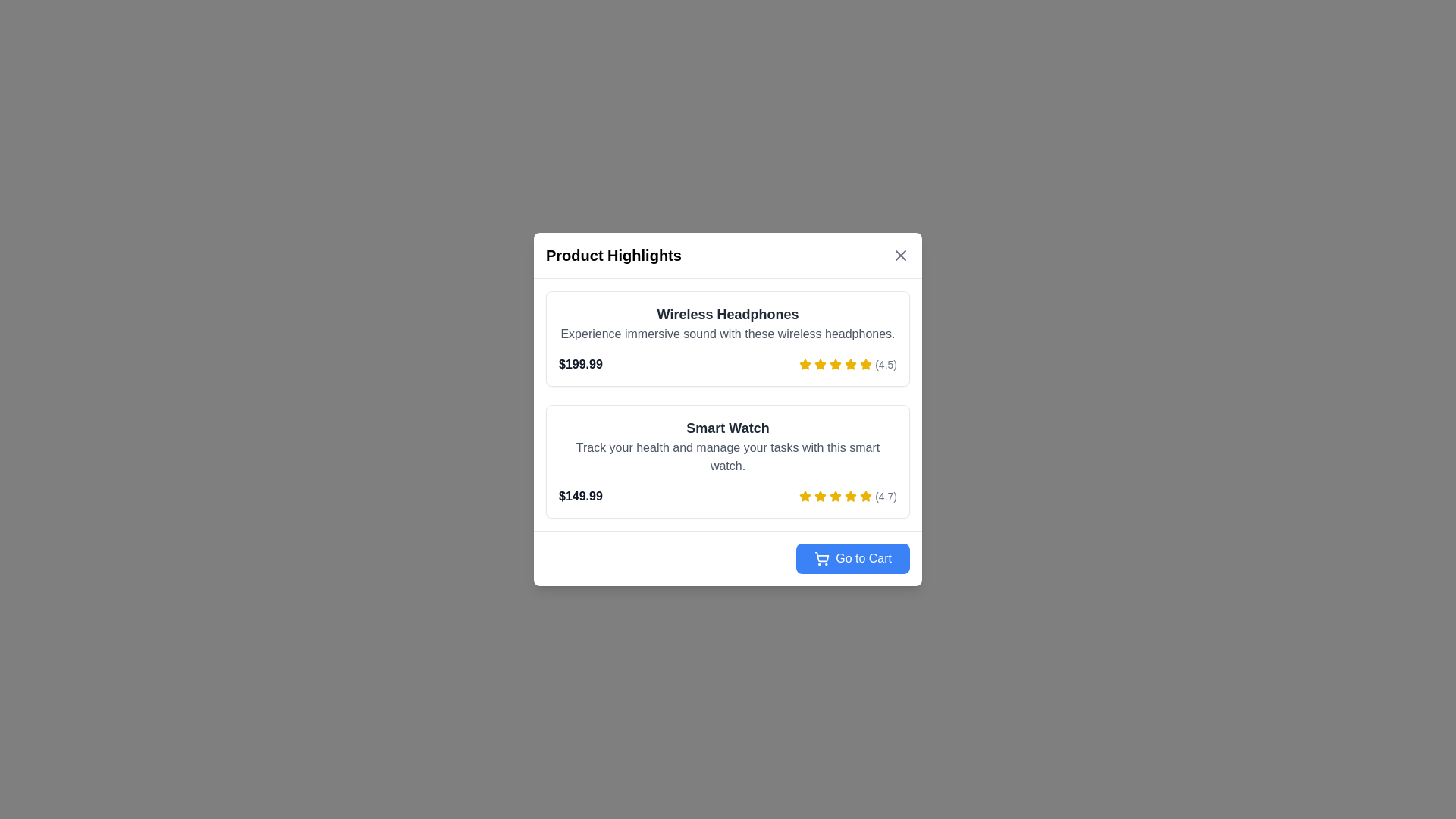 The width and height of the screenshot is (1456, 819). I want to click on the stars in the Rating indicator located within the 'Smart Watch' product card, positioned to the right of the text '$149.99', to interact with the rating system, so click(847, 497).